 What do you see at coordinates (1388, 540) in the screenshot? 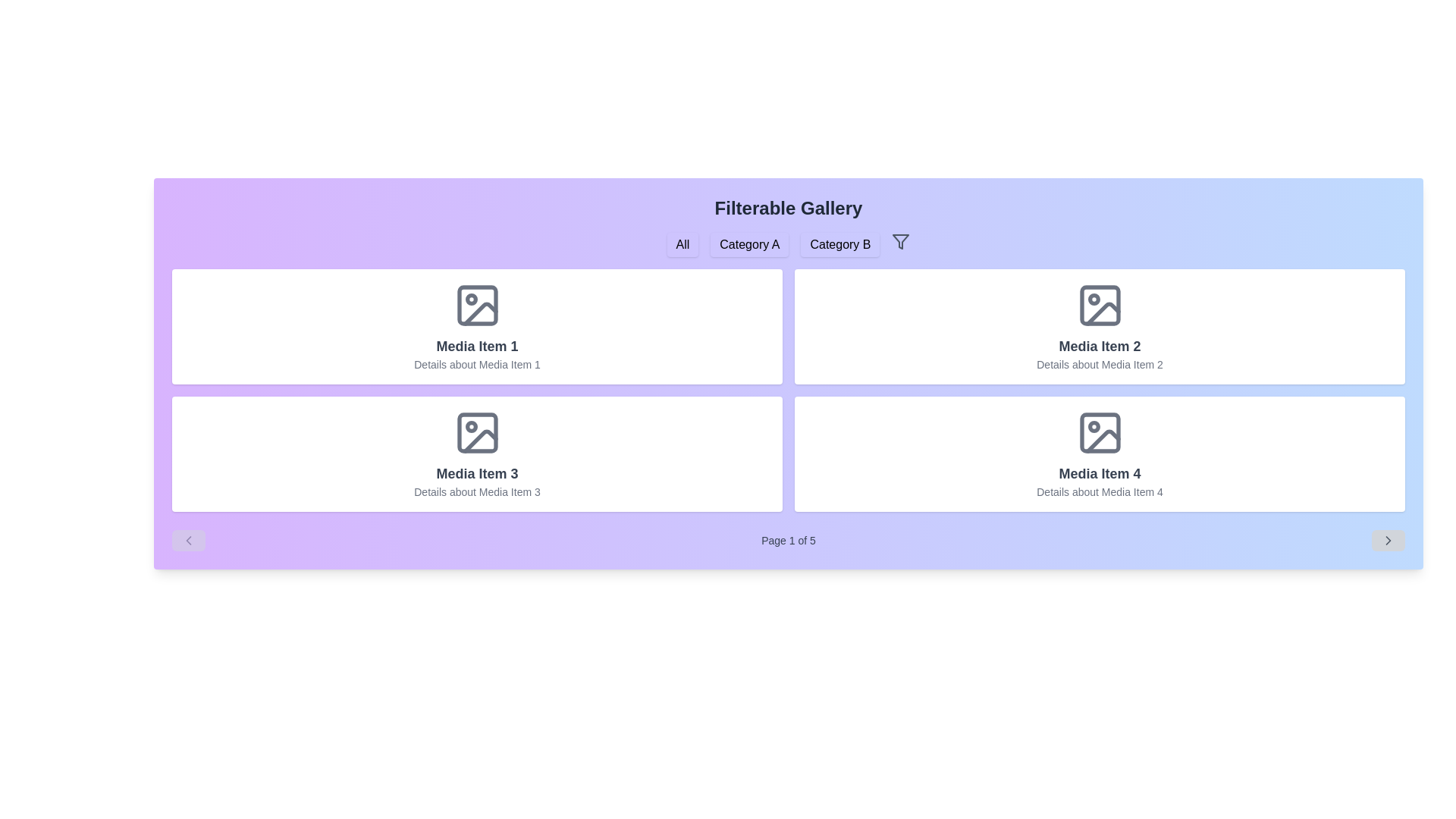
I see `the right-facing chevron arrow icon located in the bottom-right corner of the interface` at bounding box center [1388, 540].